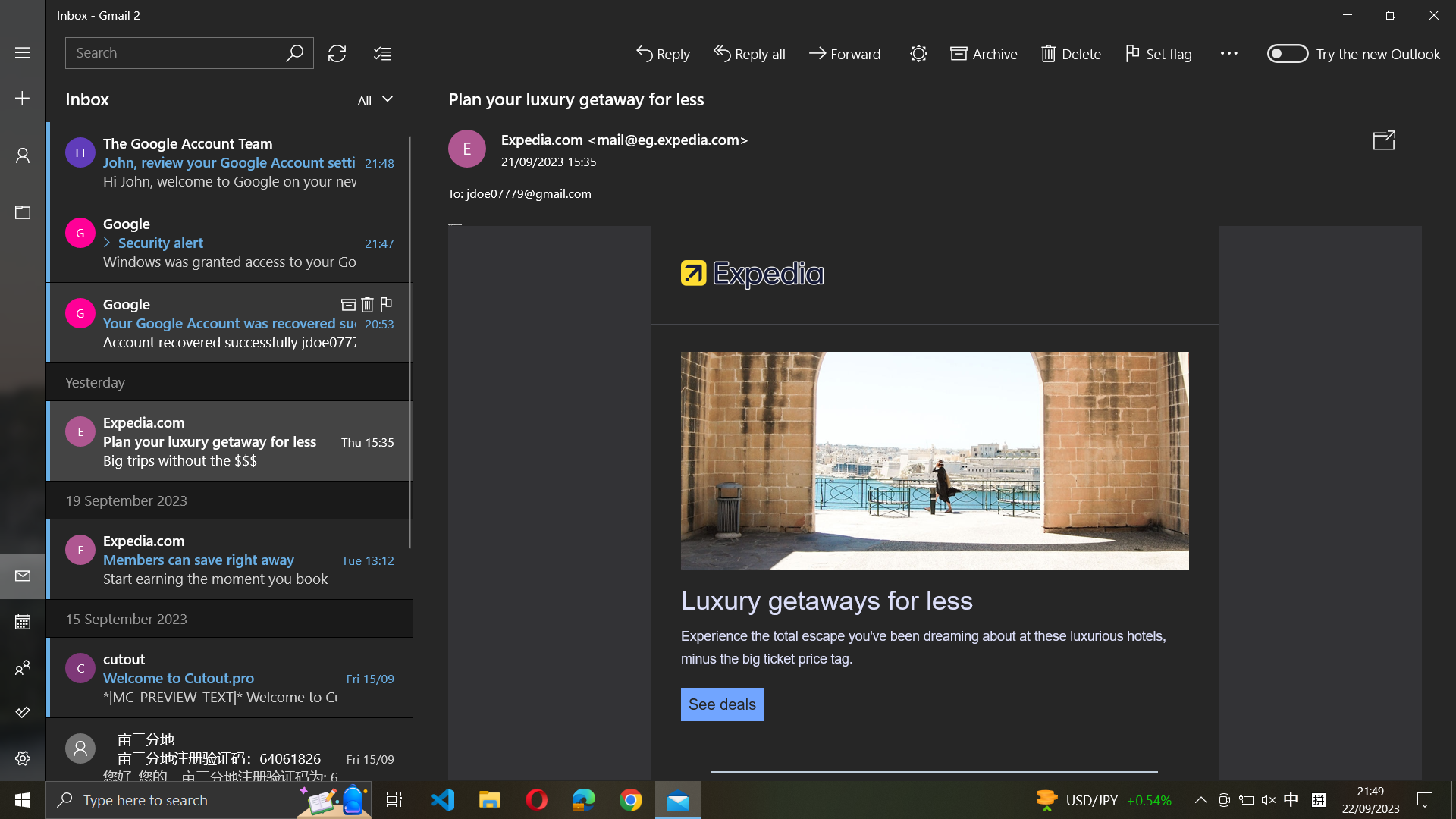  I want to click on View all mails, so click(375, 100).